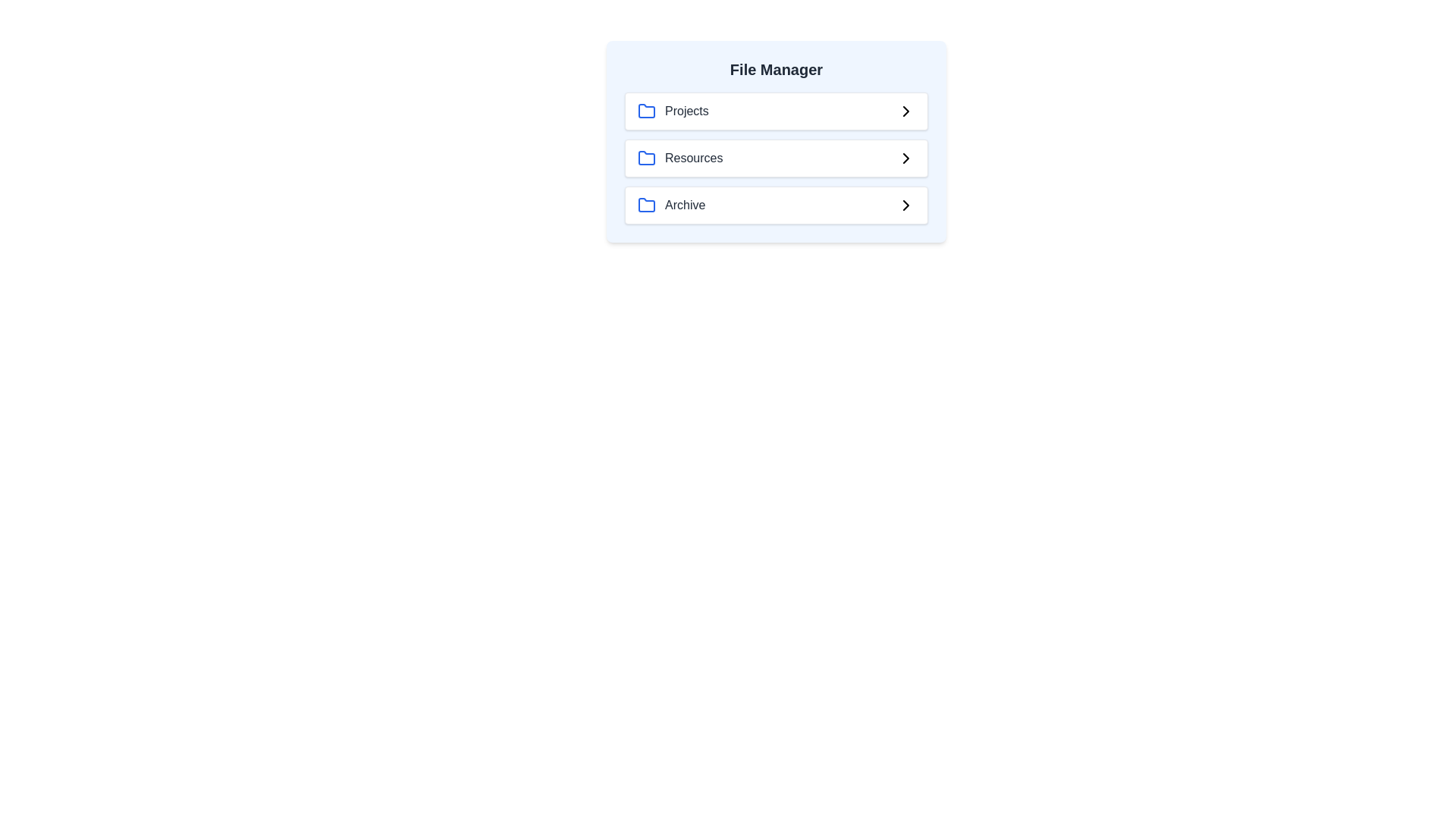  Describe the element at coordinates (776, 70) in the screenshot. I see `the static text element that serves as the title of the file management interface, positioned at the top-center of the card containing sections labeled 'Projects', 'Resources', and 'Archive'` at that location.